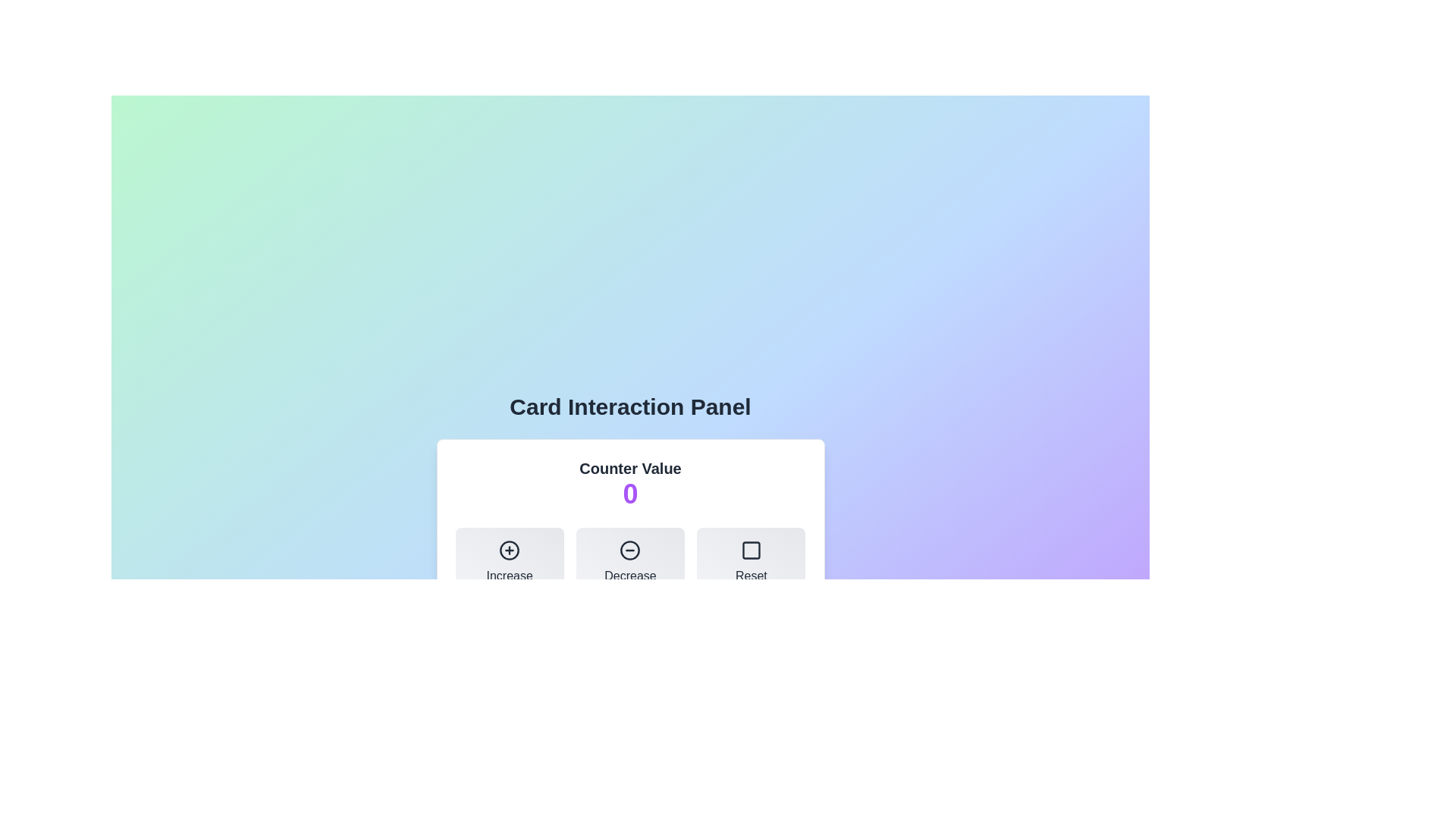 This screenshot has height=819, width=1456. Describe the element at coordinates (630, 562) in the screenshot. I see `the middle button in the horizontal layout of three buttons to decrement the counter value displayed in the interface` at that location.